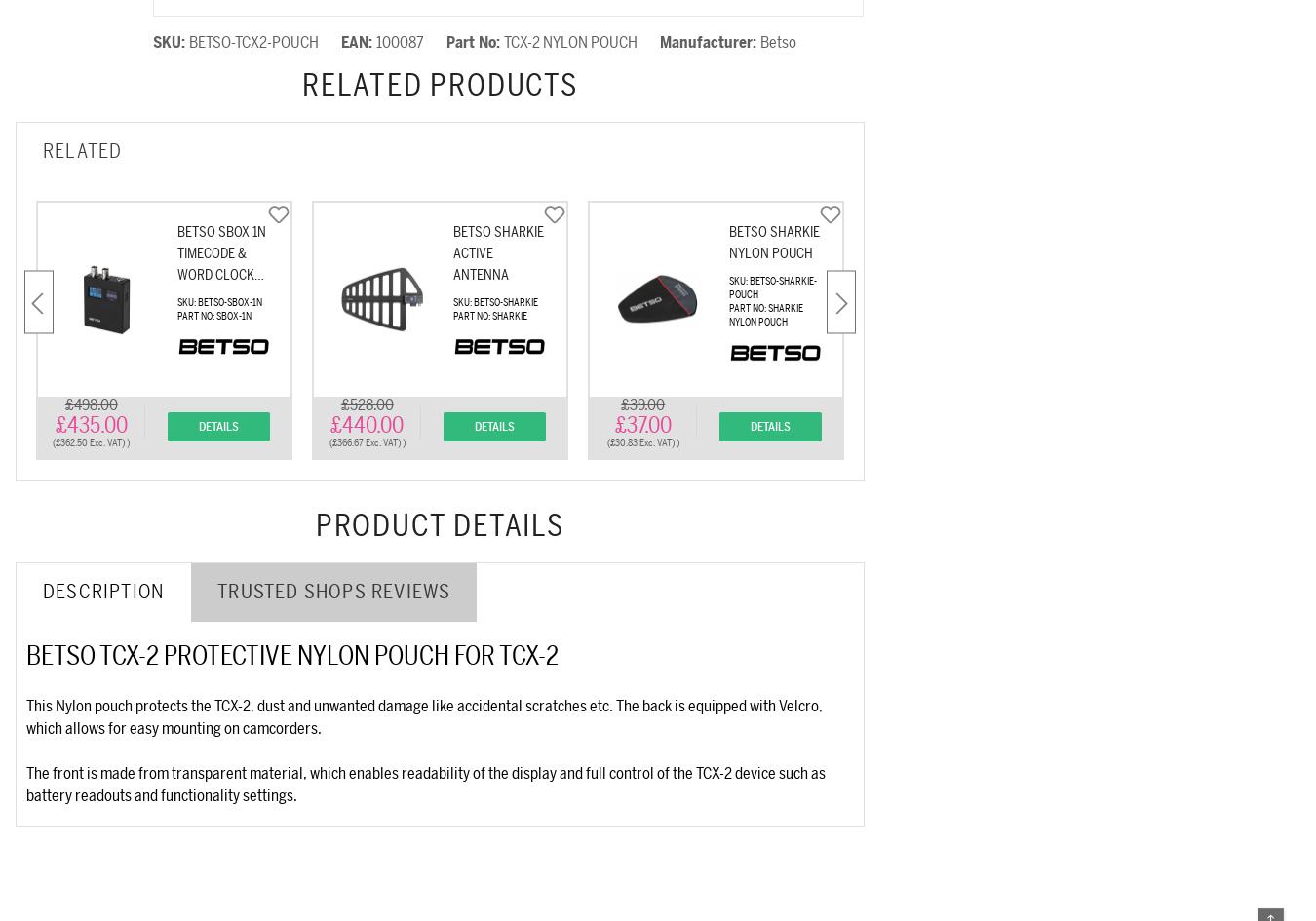  I want to click on '£39.00', so click(642, 404).